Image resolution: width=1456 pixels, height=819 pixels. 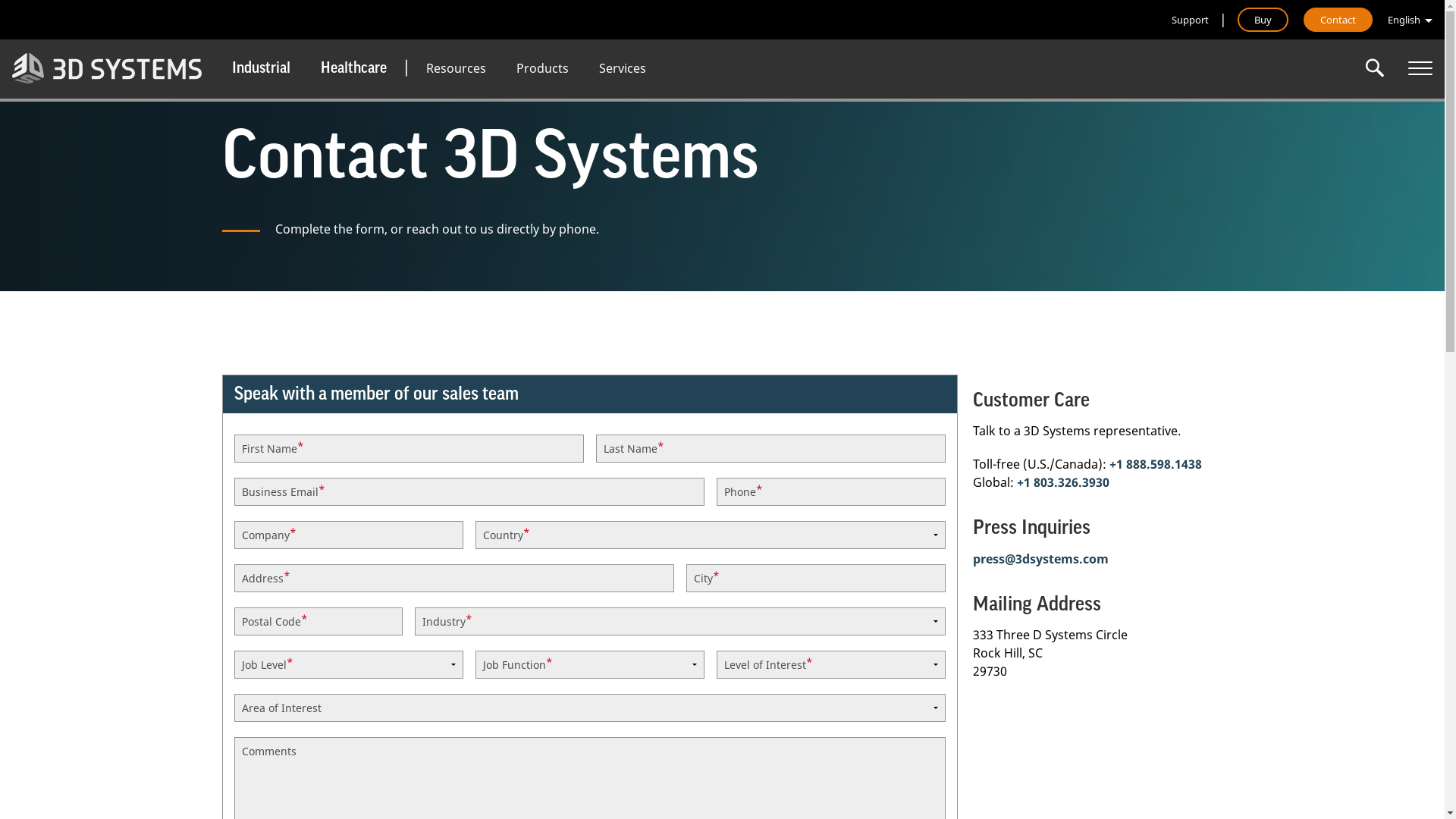 What do you see at coordinates (1171, 20) in the screenshot?
I see `'Support'` at bounding box center [1171, 20].